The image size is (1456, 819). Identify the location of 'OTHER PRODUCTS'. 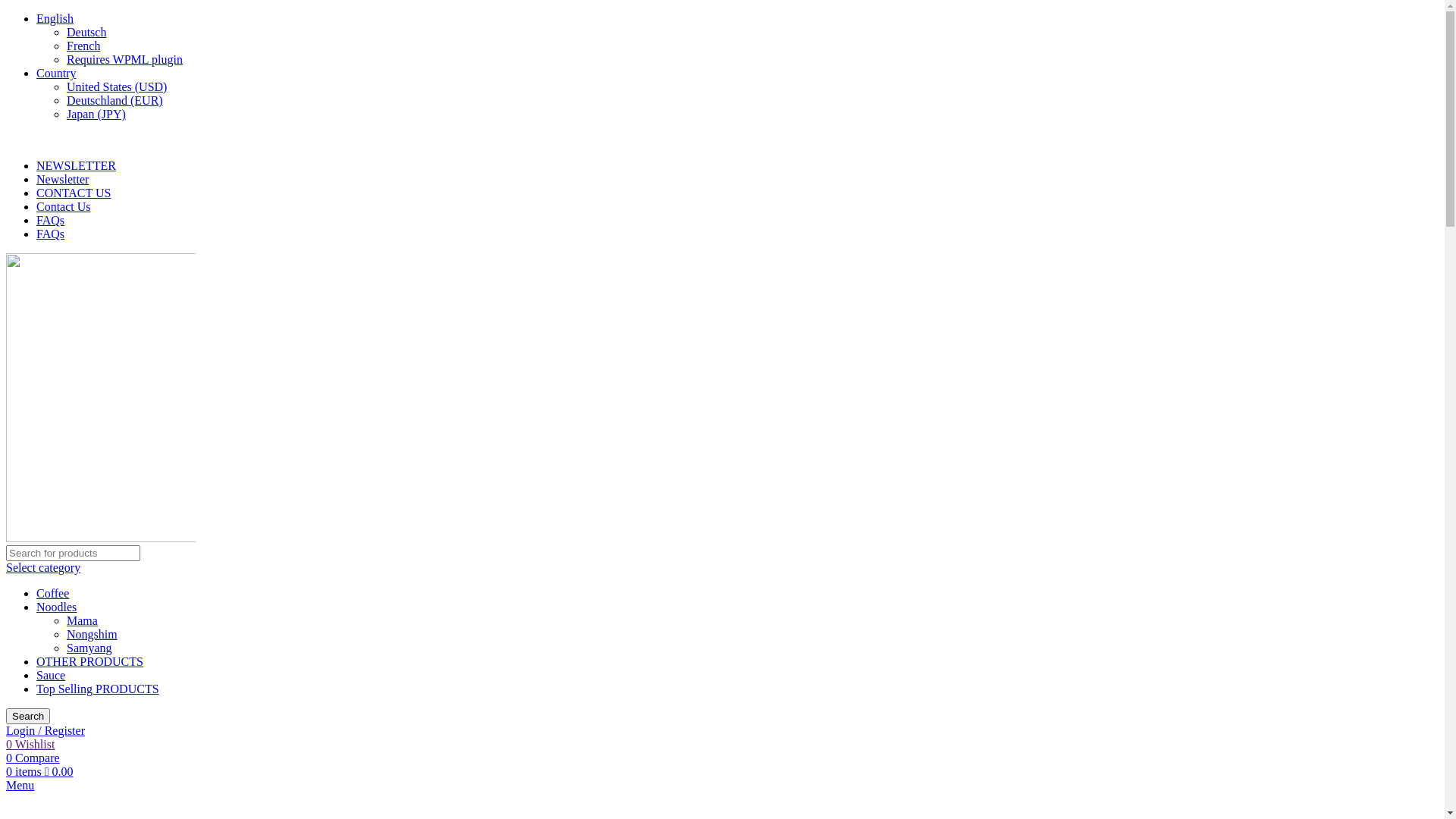
(89, 661).